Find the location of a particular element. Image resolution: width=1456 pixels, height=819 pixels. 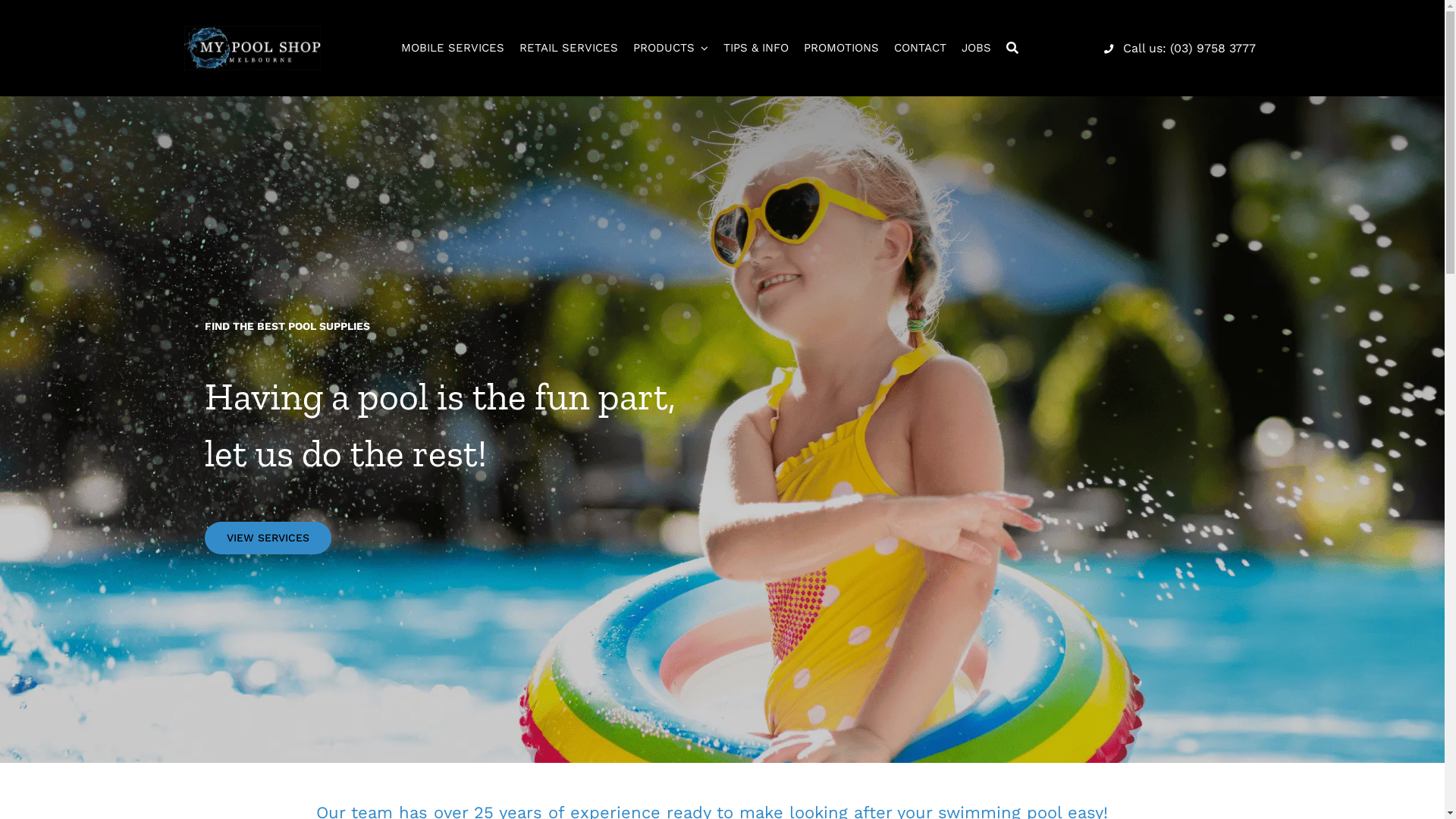

'RETAIL SERVICES' is located at coordinates (567, 48).